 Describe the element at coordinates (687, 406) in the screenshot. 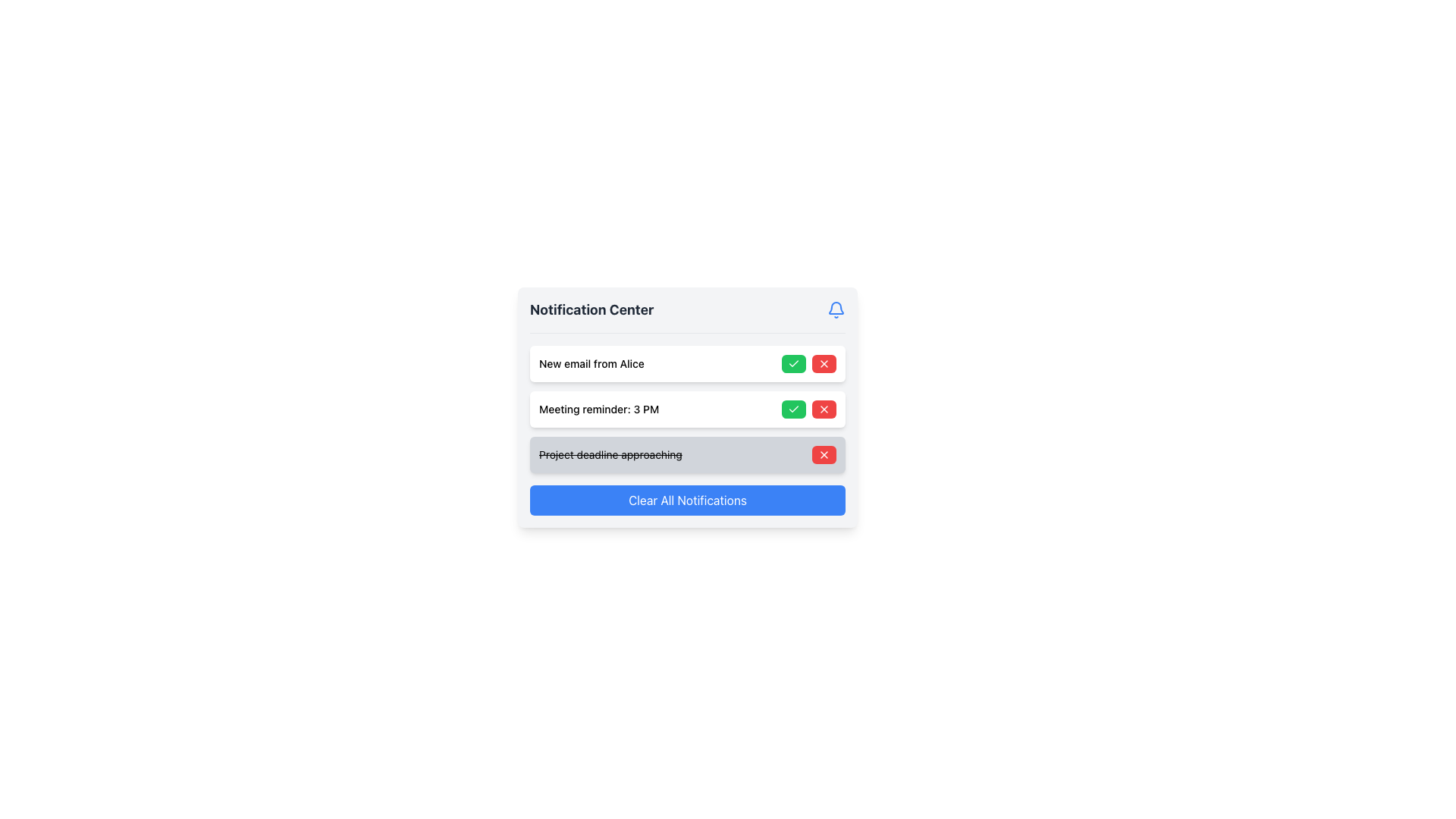

I see `the green checkmark button on the Notification Center to mark the notification as acknowledged` at that location.